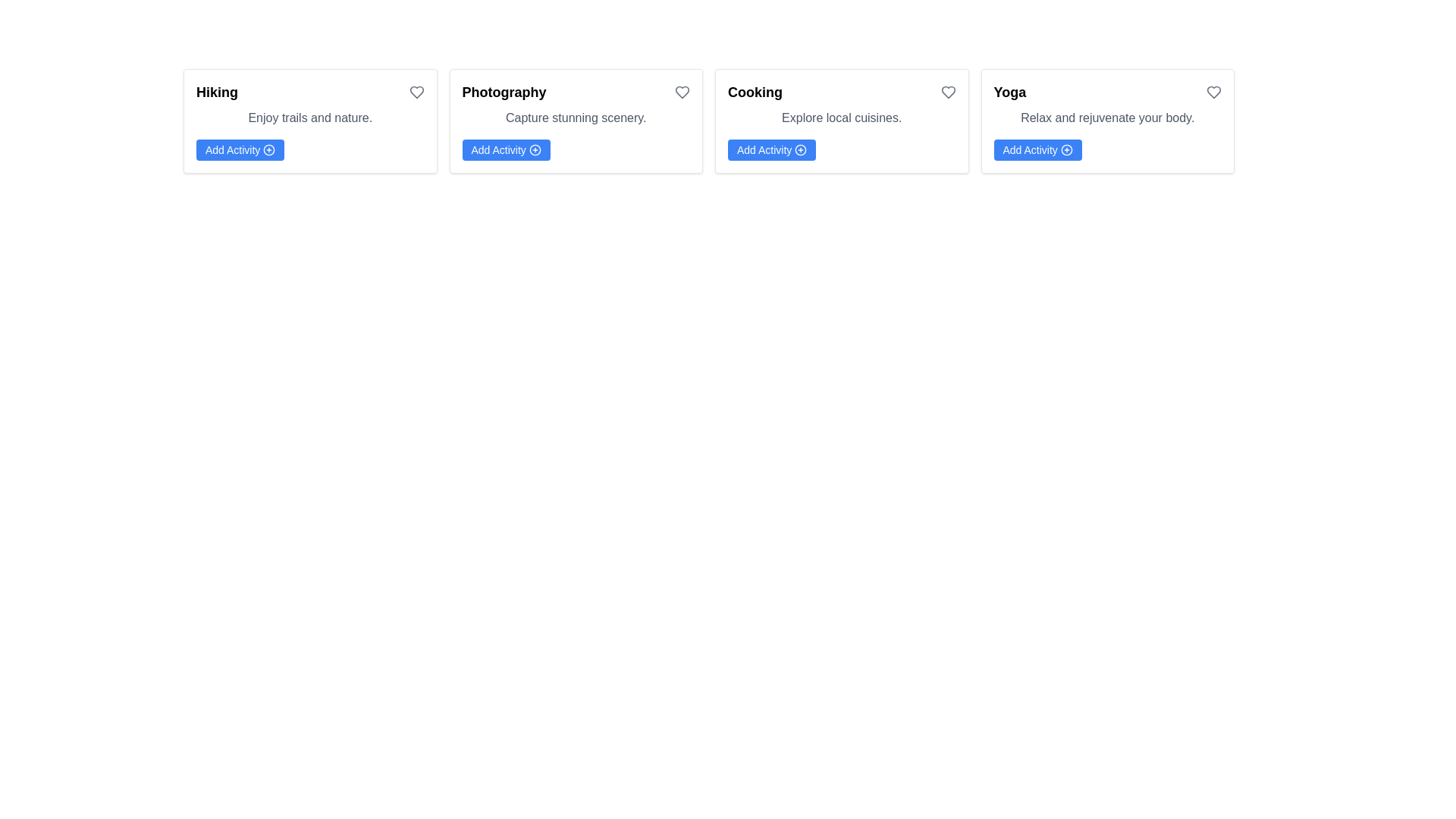 The width and height of the screenshot is (1456, 819). Describe the element at coordinates (800, 149) in the screenshot. I see `the SVG icon located to the right of the text label in the 'Add Activity' button under the 'Cooking' category to observe the hover effects` at that location.